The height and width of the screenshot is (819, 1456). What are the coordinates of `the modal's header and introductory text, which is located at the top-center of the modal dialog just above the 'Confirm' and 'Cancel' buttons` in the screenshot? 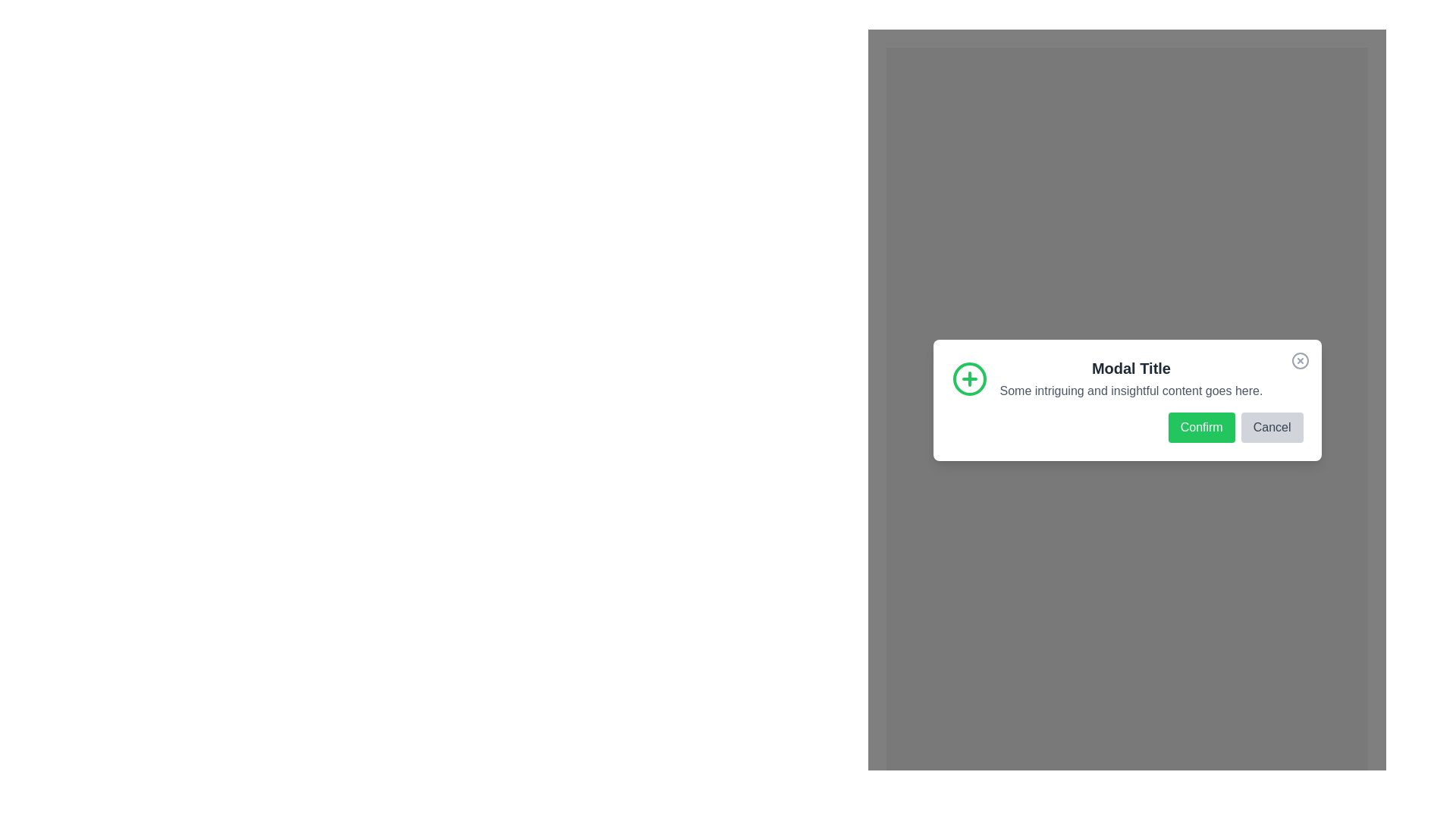 It's located at (1127, 378).